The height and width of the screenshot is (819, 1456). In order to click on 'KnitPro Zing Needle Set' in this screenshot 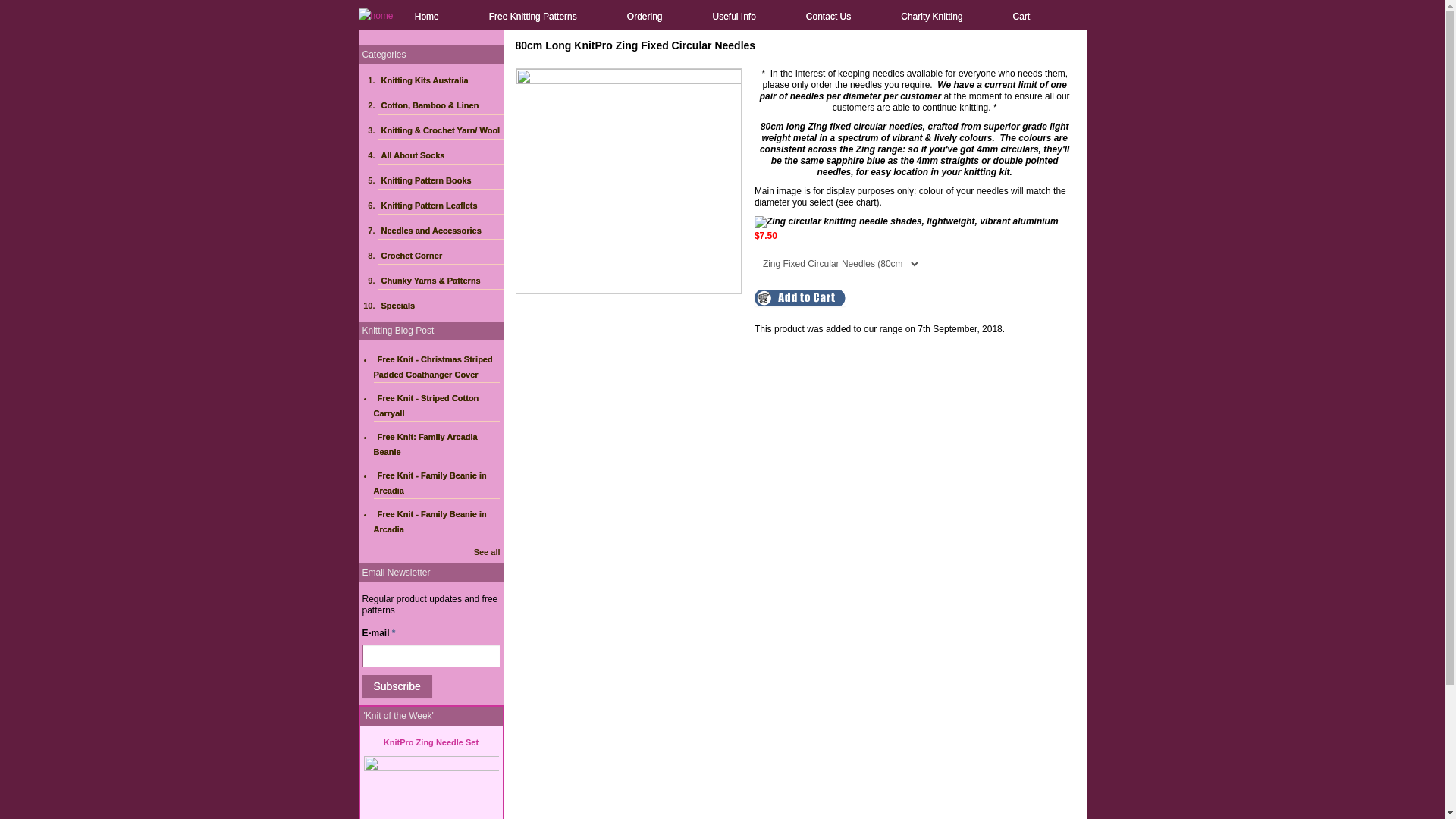, I will do `click(430, 742)`.